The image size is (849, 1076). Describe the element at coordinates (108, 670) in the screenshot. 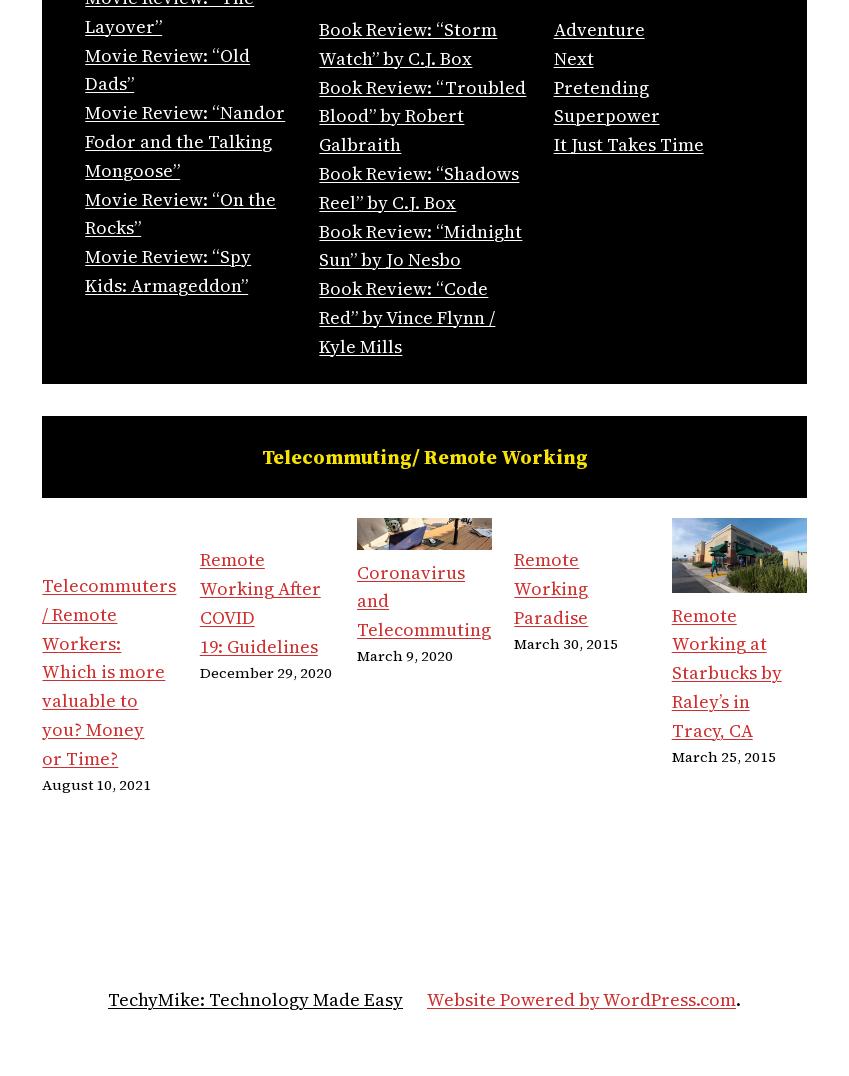

I see `'Telecommuters / Remote Workers: Which is more valuable to you? Money or Time?'` at that location.